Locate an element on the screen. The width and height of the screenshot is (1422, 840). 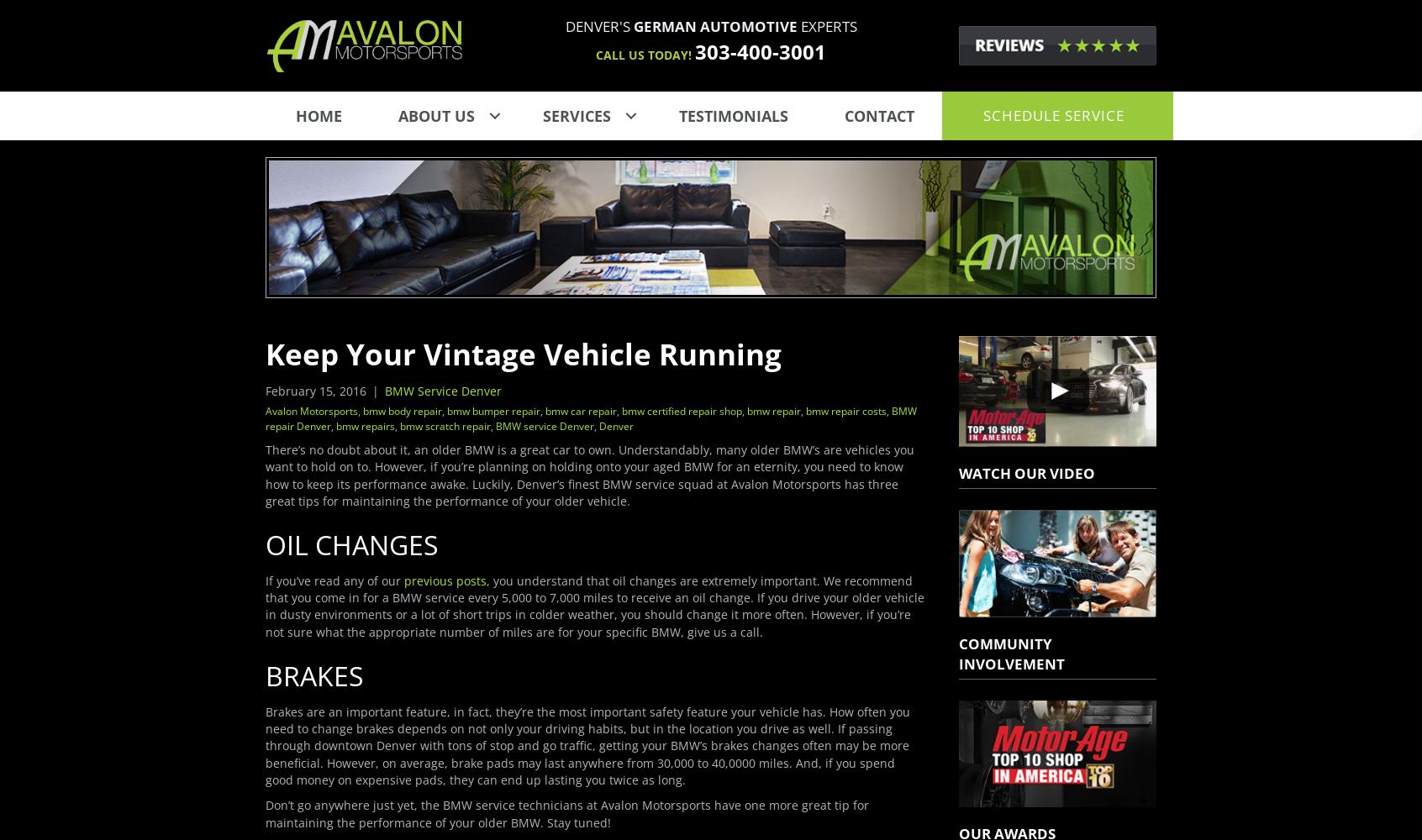
'Keep Your Vintage Vehicle Running' is located at coordinates (522, 353).